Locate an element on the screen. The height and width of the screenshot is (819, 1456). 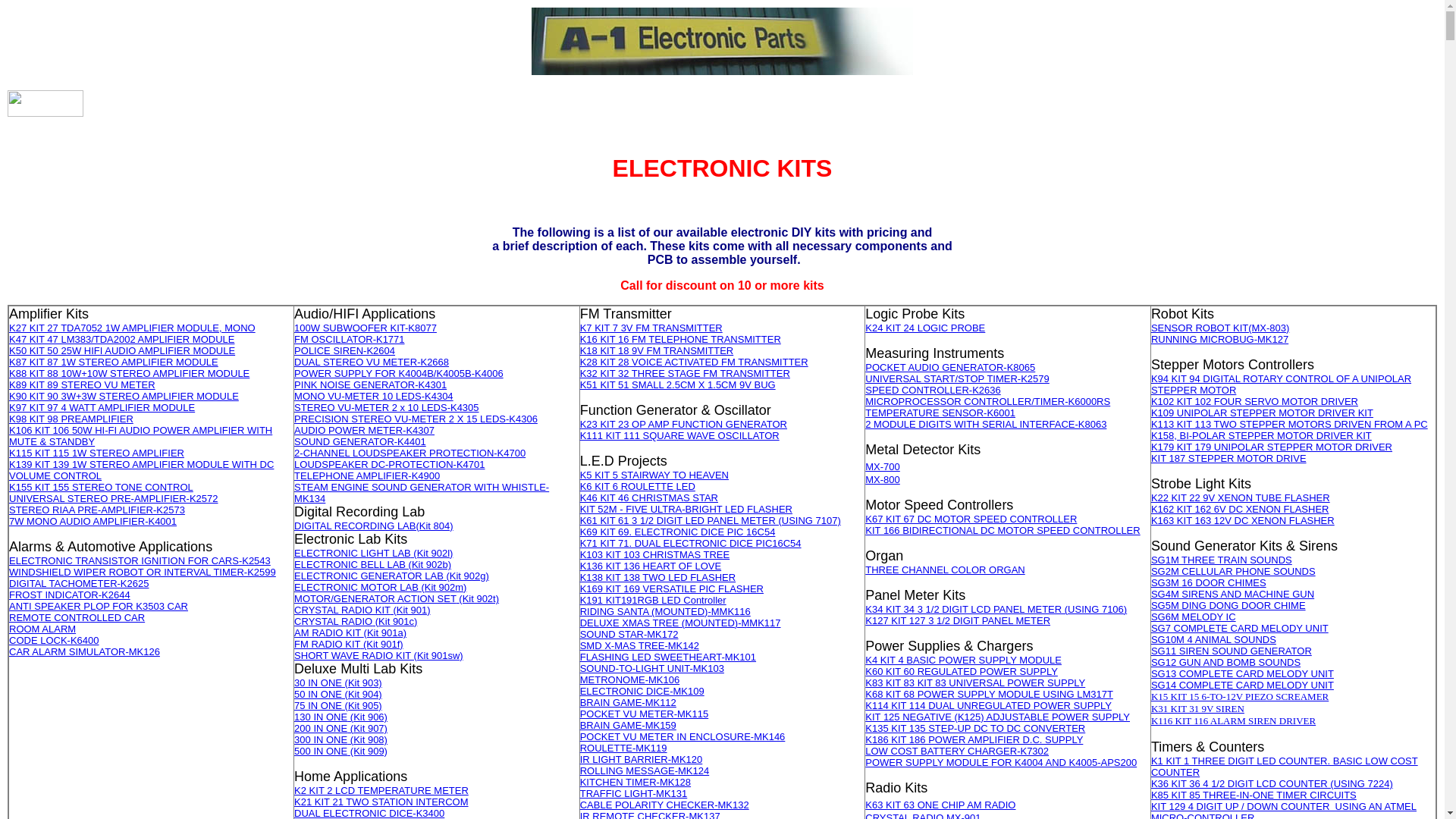
'MICROPROCESSOR CONTROLLER/TIMER-K6000RS' is located at coordinates (987, 400).